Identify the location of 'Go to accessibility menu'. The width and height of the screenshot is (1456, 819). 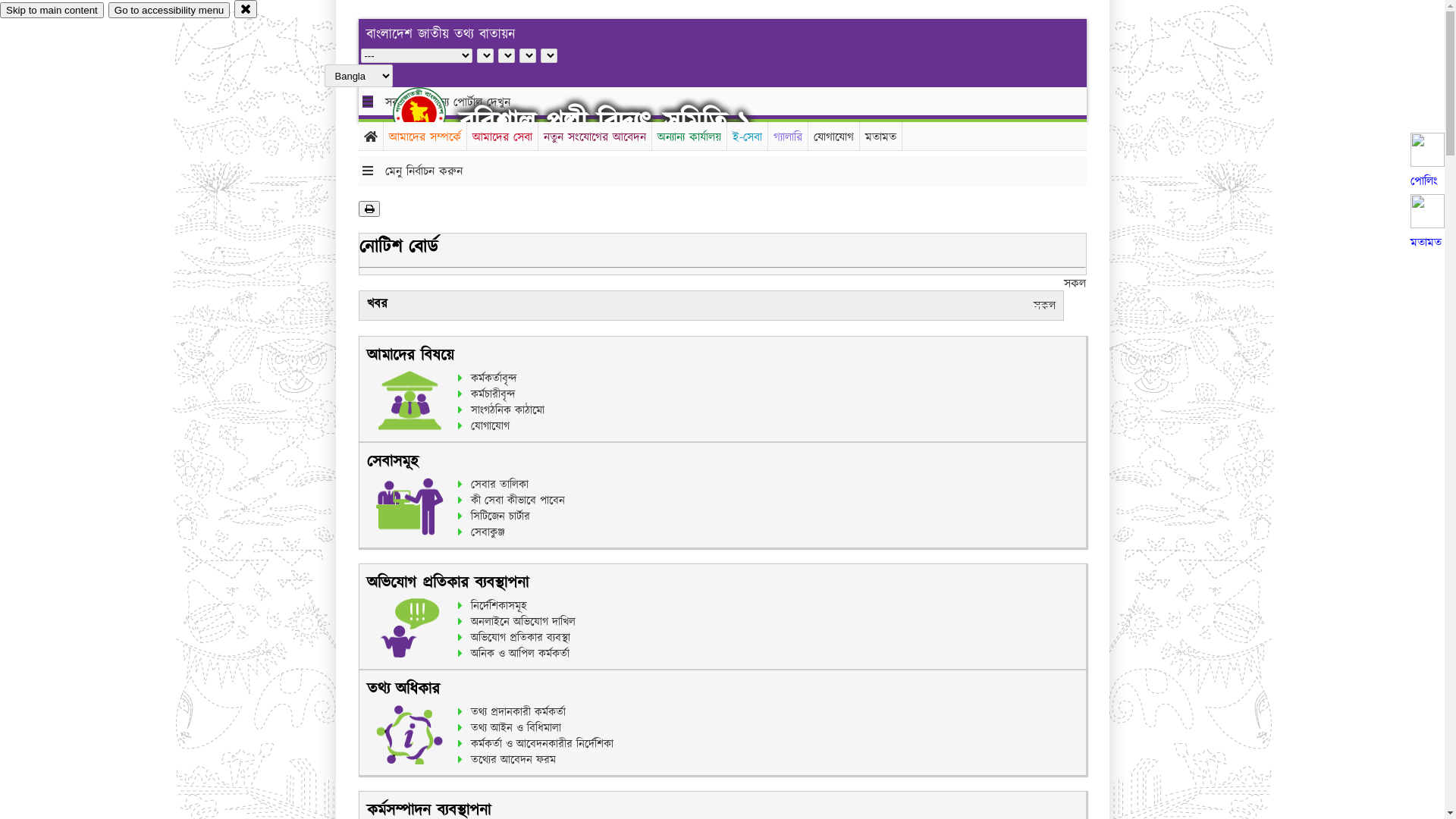
(168, 10).